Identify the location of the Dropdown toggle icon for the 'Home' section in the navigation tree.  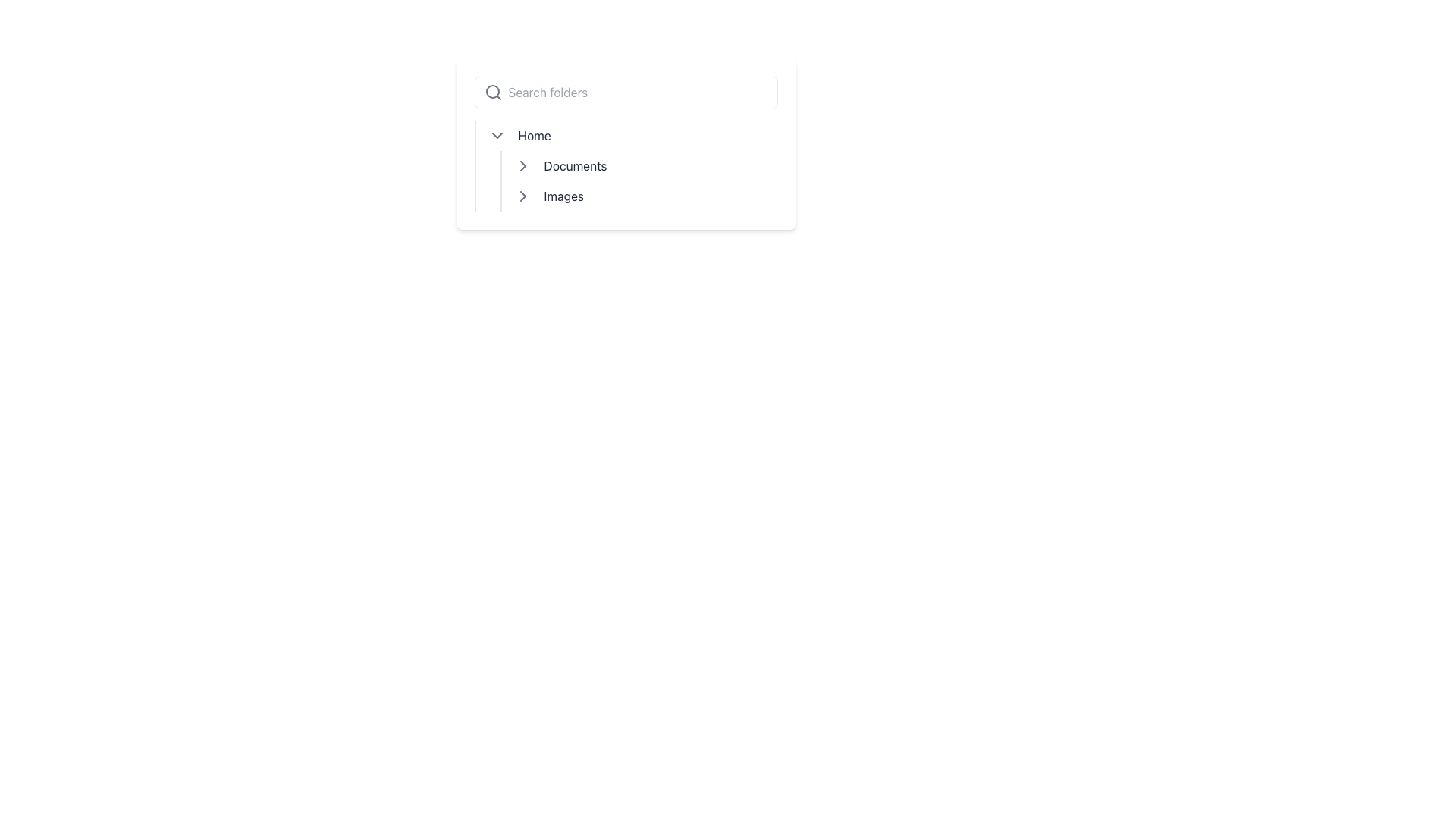
(497, 134).